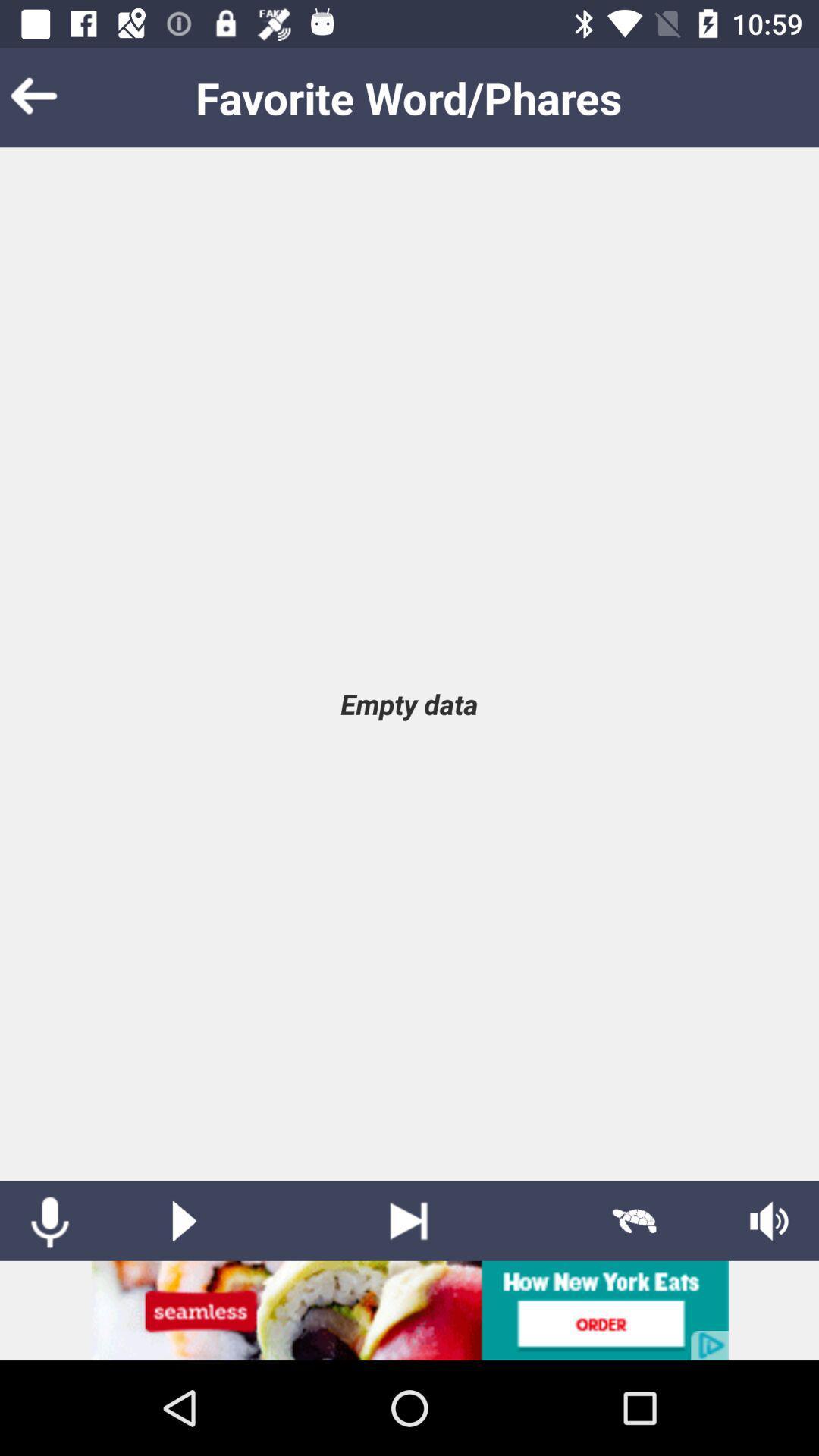 Image resolution: width=819 pixels, height=1456 pixels. What do you see at coordinates (184, 1221) in the screenshot?
I see `a favorite word/phares` at bounding box center [184, 1221].